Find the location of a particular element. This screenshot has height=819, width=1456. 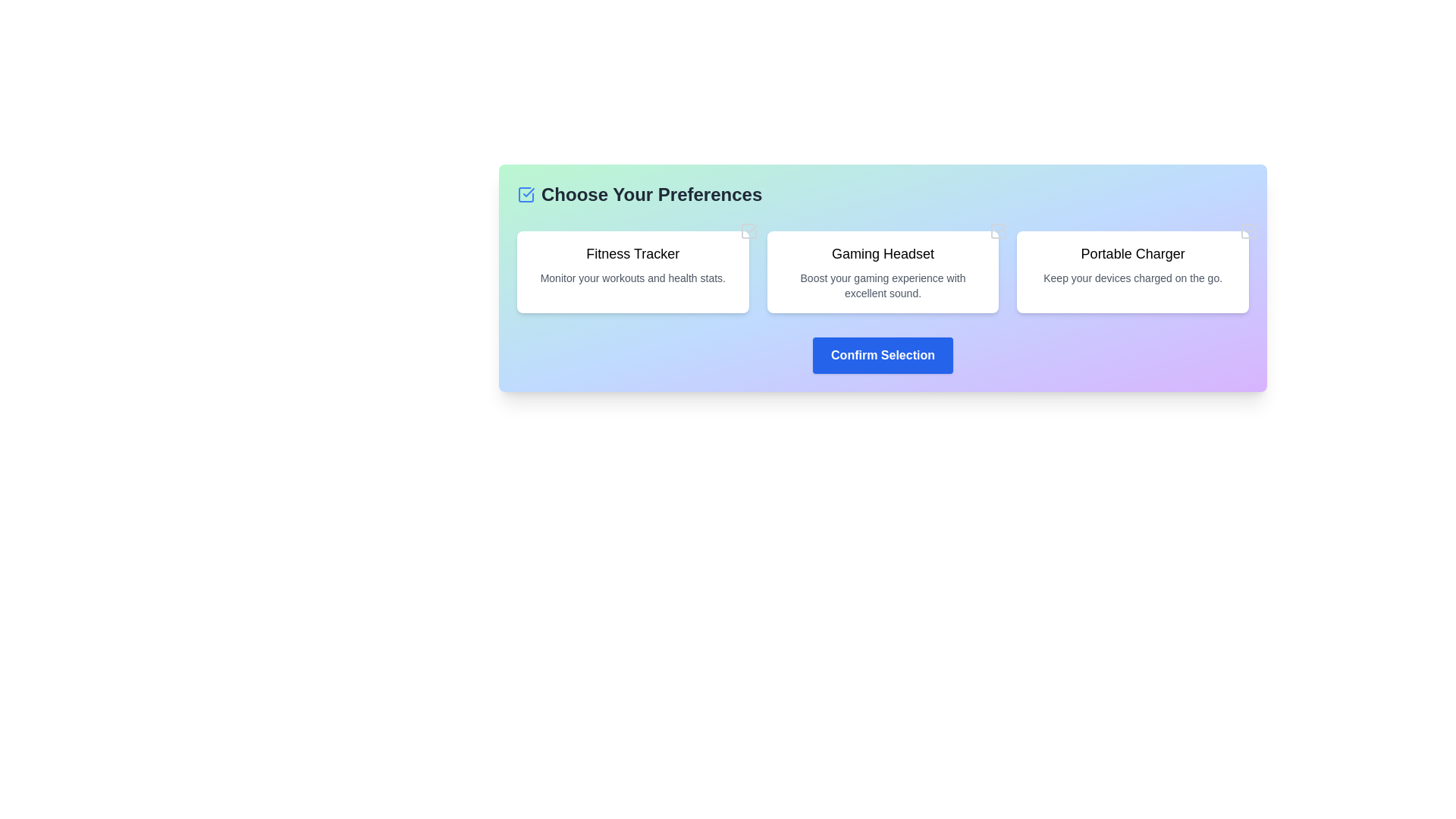

the text 'Gaming Headset' which is styled with a bold font, located at the top part of a card with a white background is located at coordinates (883, 253).